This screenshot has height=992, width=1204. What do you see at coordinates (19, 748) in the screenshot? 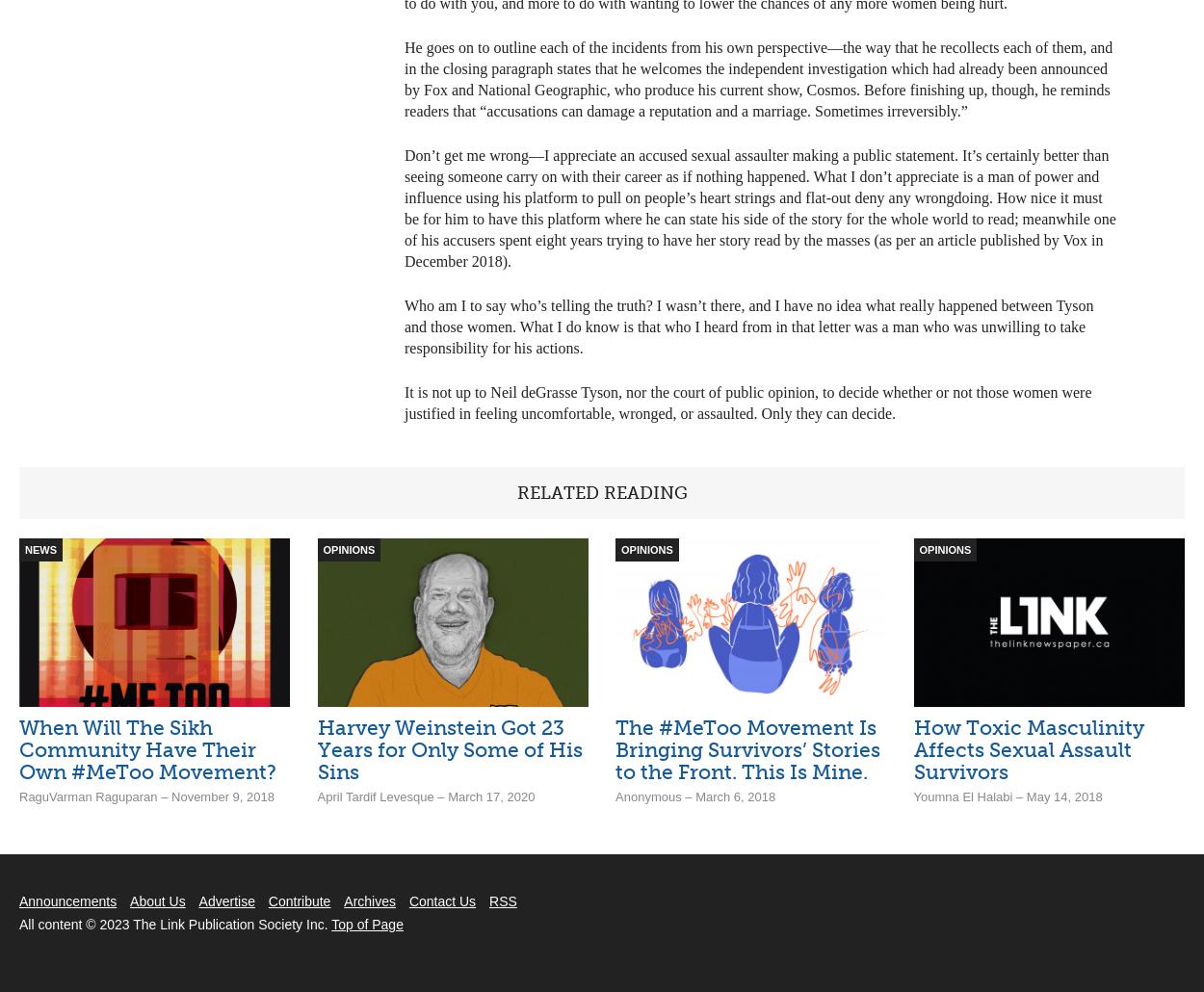
I see `'When Will The Sikh Community Have Their Own #MeToo Movement?'` at bounding box center [19, 748].